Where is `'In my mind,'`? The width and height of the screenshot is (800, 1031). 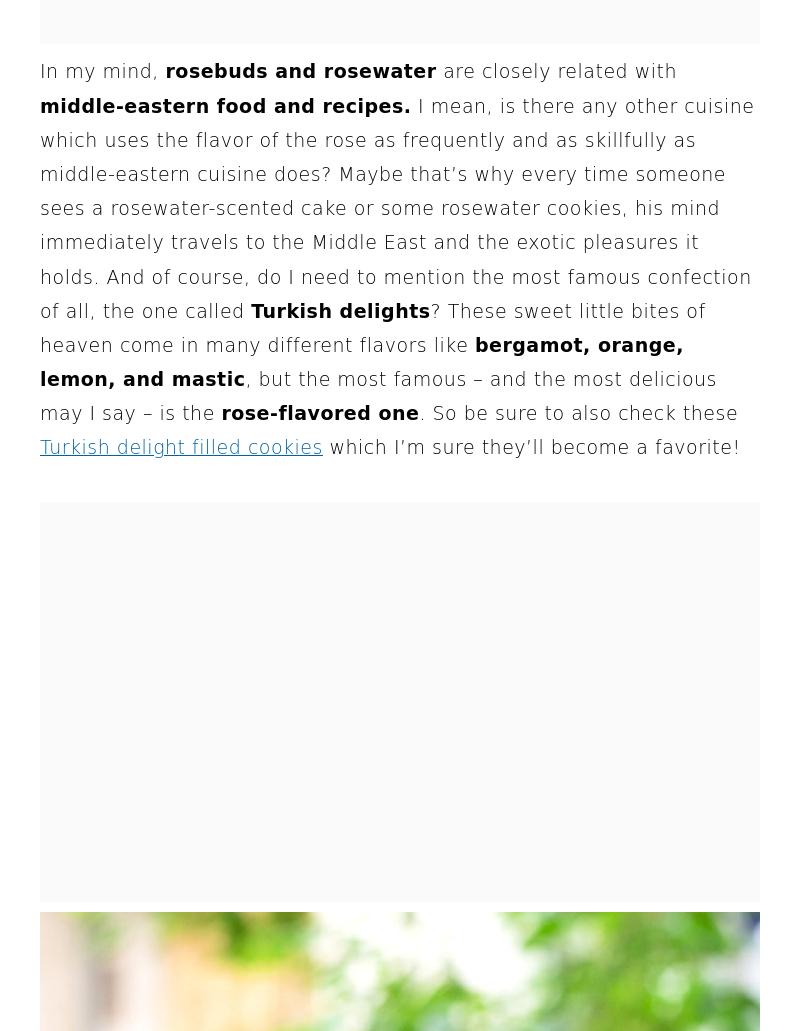 'In my mind,' is located at coordinates (101, 71).